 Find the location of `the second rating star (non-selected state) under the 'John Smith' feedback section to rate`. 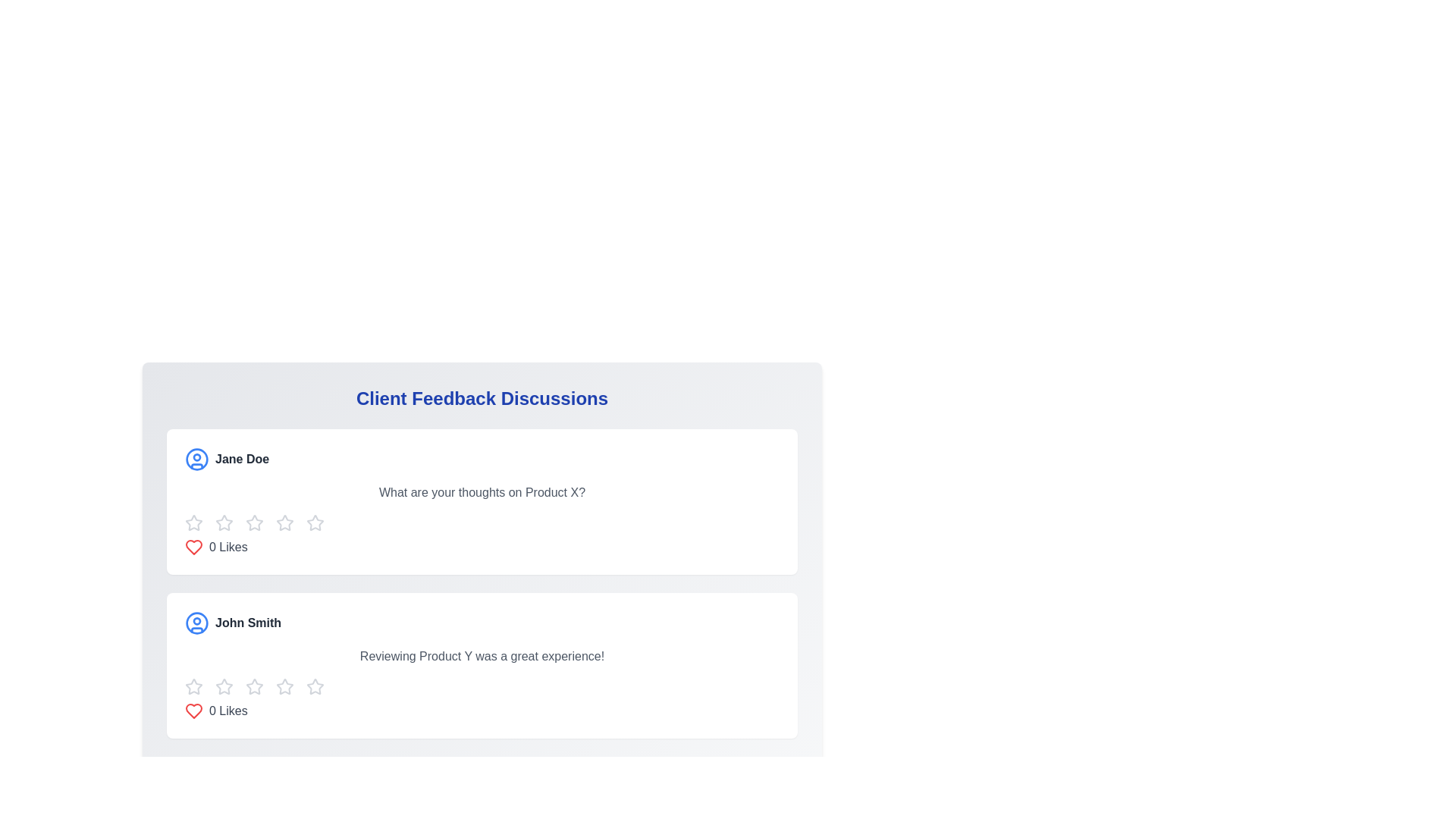

the second rating star (non-selected state) under the 'John Smith' feedback section to rate is located at coordinates (255, 686).